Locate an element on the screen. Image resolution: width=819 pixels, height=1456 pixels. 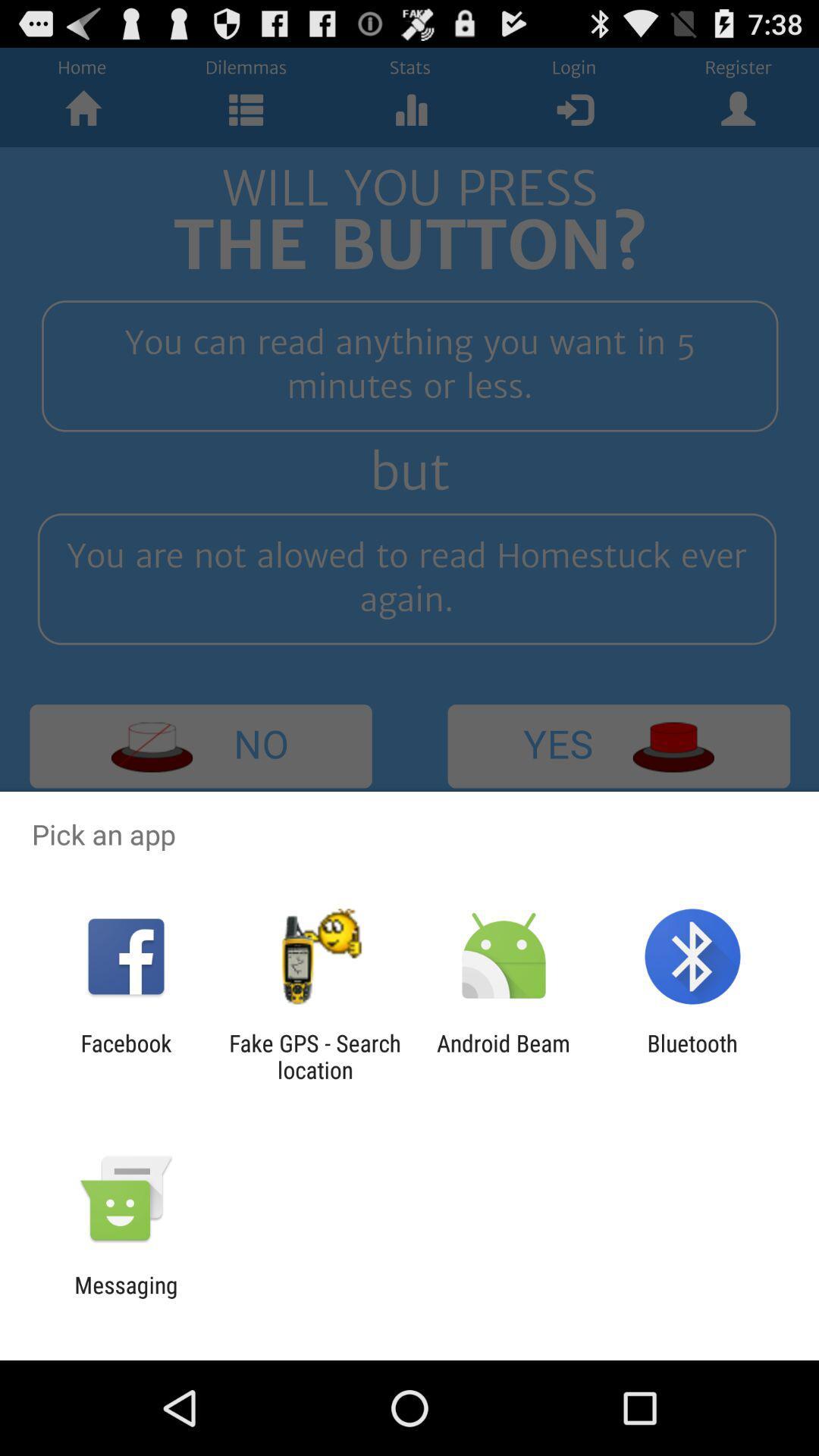
the messaging icon is located at coordinates (125, 1298).